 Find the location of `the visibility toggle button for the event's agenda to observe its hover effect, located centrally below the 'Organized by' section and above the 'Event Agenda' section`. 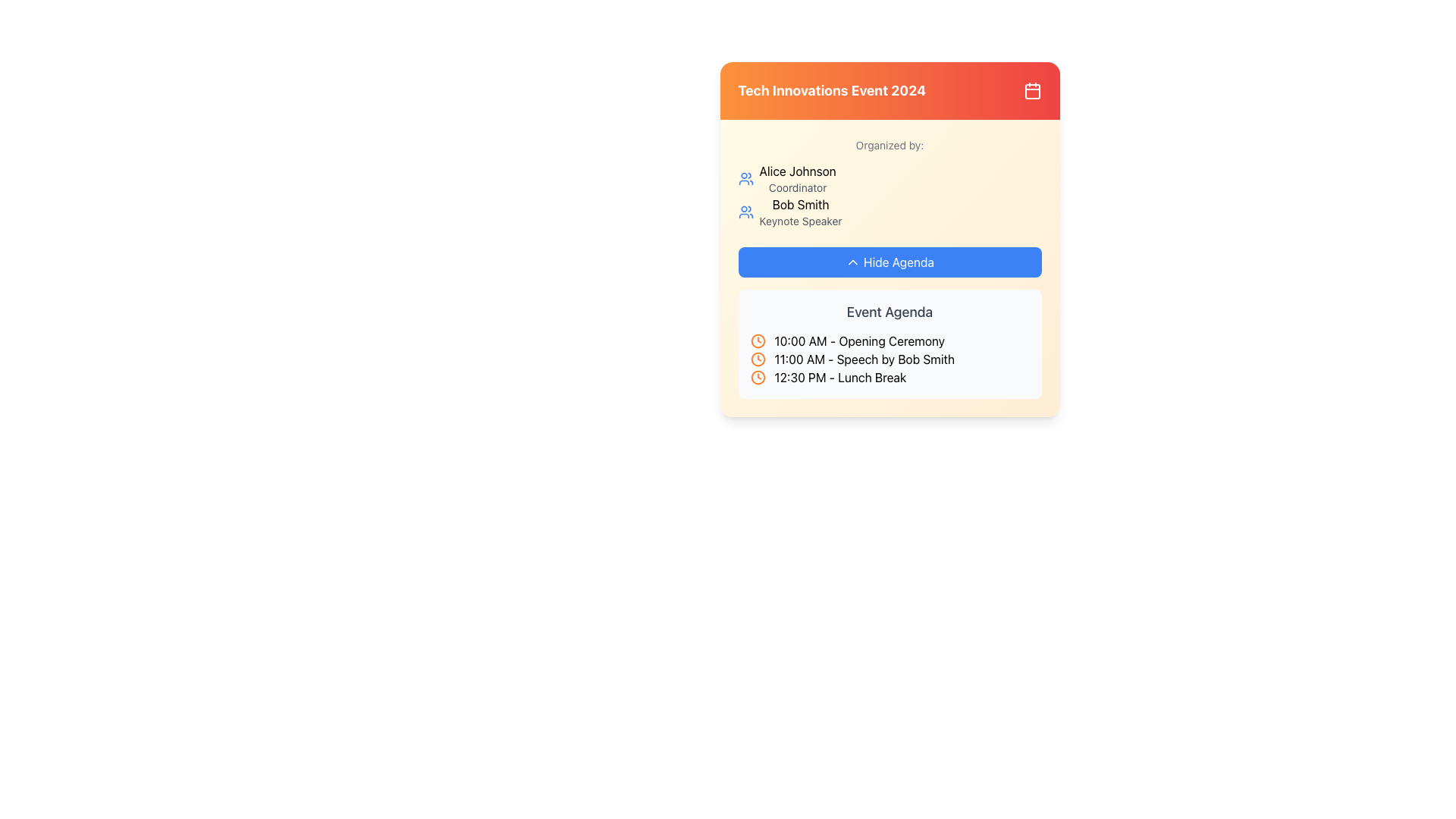

the visibility toggle button for the event's agenda to observe its hover effect, located centrally below the 'Organized by' section and above the 'Event Agenda' section is located at coordinates (890, 268).